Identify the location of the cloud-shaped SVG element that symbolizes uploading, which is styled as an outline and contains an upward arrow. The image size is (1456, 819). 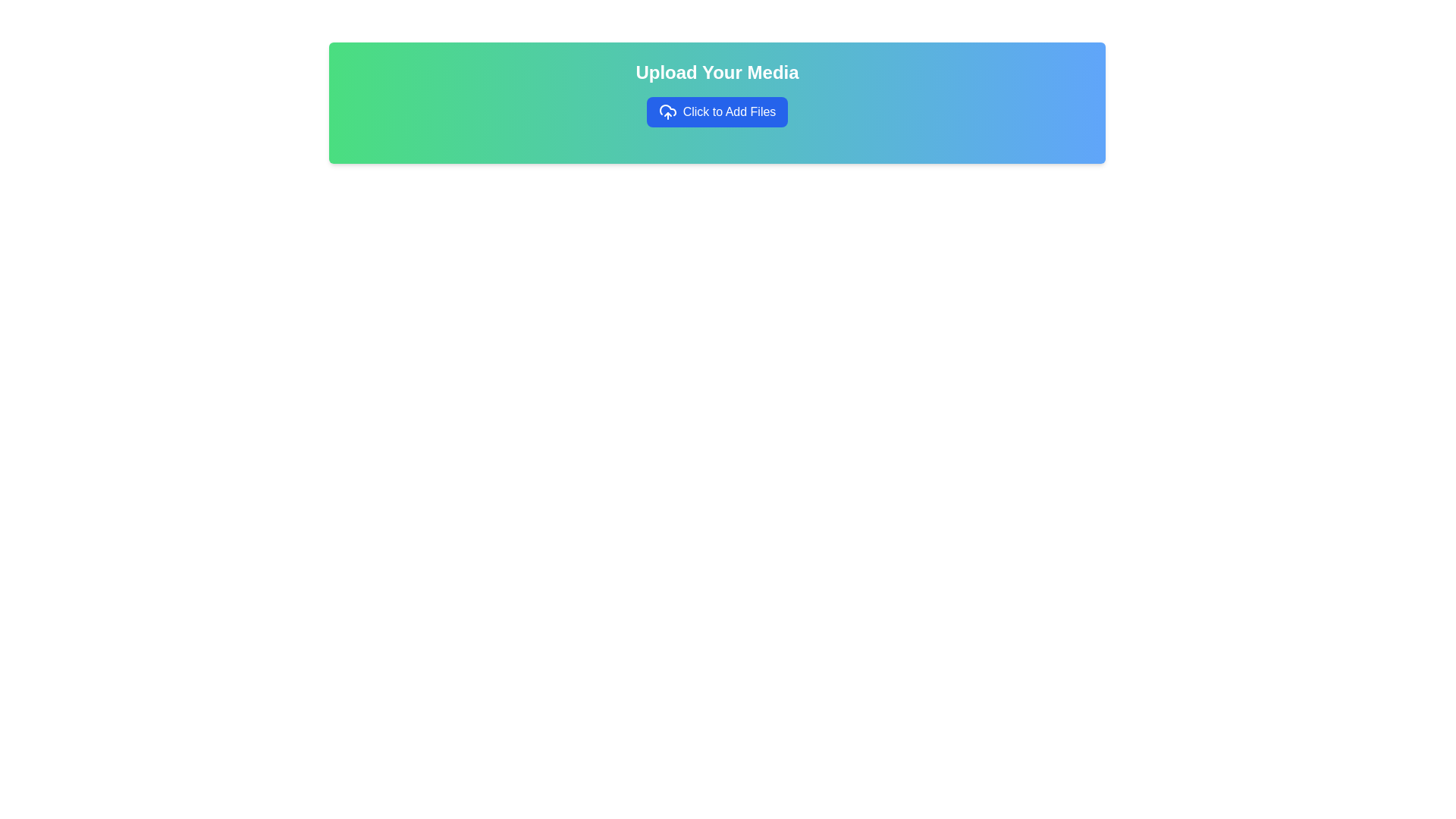
(667, 109).